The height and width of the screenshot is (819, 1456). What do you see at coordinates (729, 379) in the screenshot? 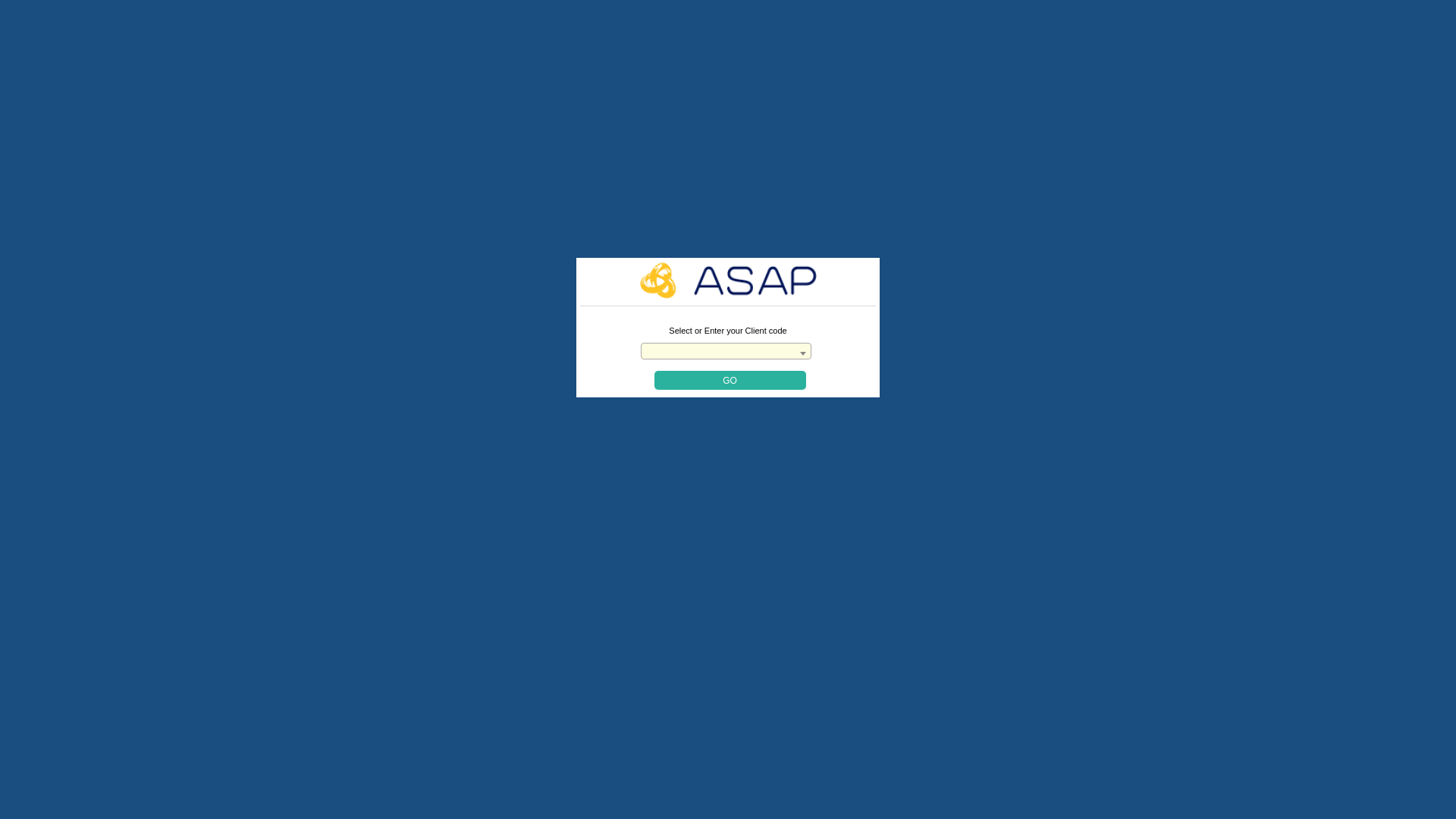
I see `'Go'` at bounding box center [729, 379].